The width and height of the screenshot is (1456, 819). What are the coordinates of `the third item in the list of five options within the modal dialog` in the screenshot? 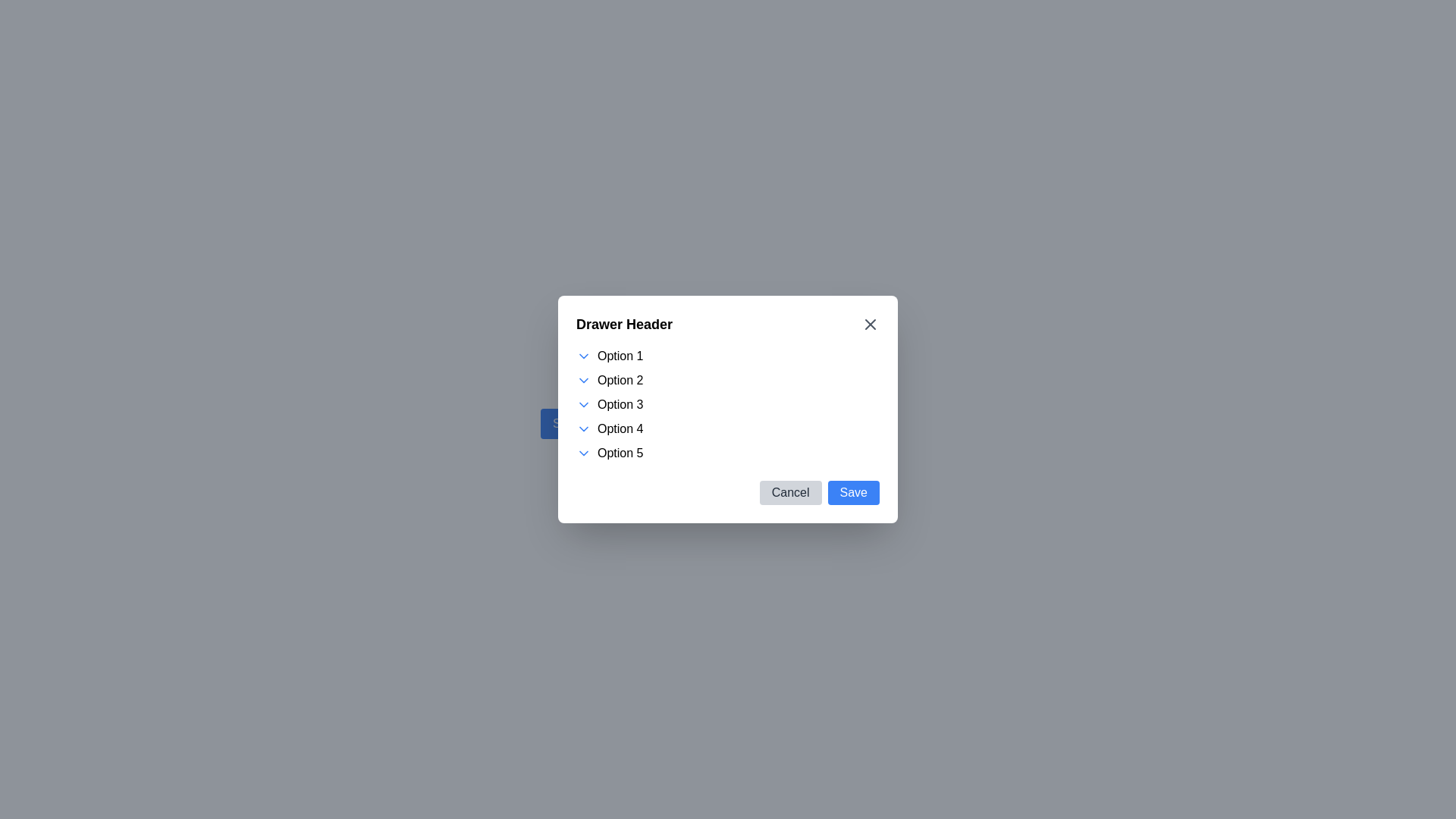 It's located at (728, 403).